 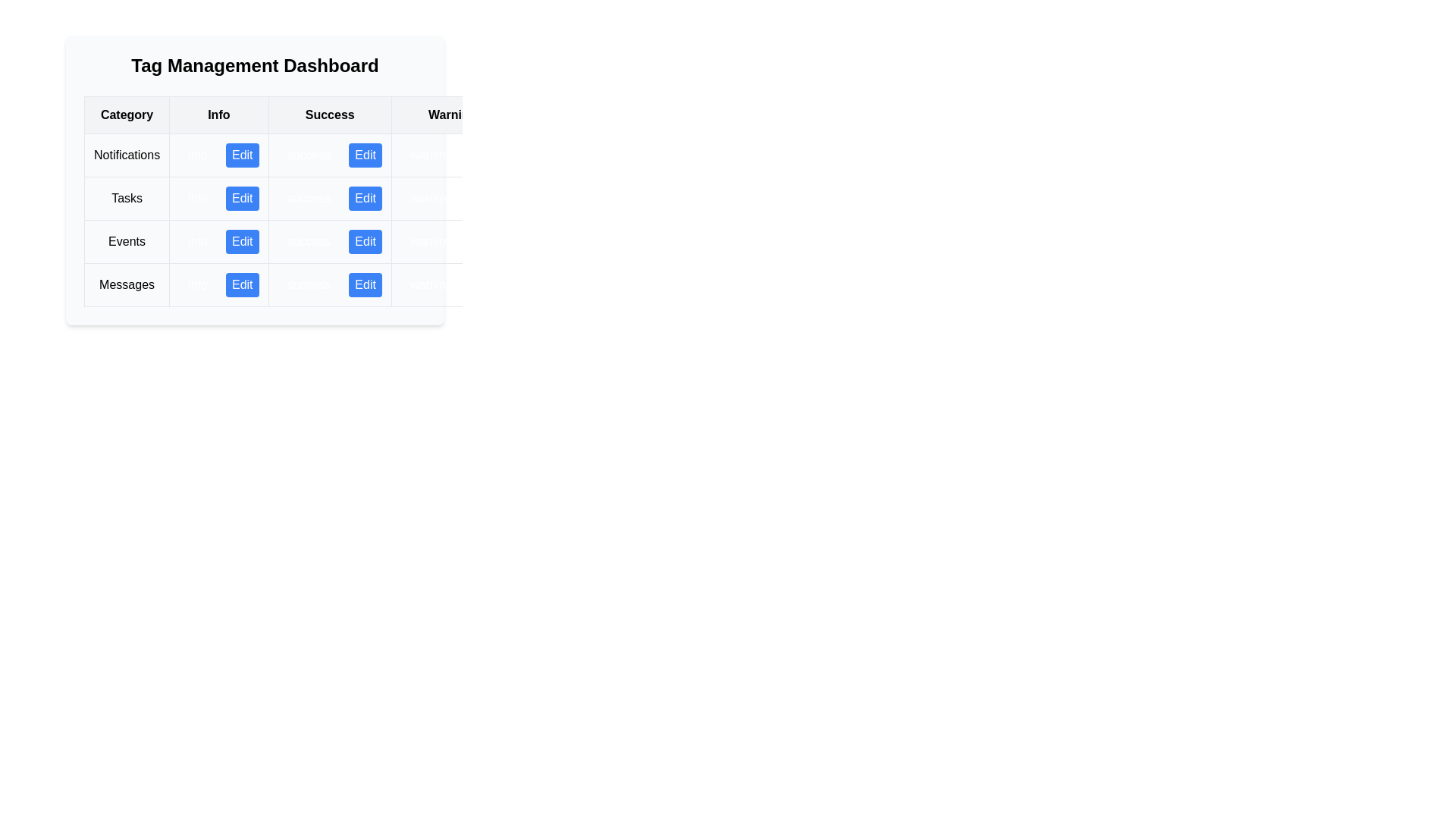 I want to click on the column header text that indicates 'Success' within the table under the 'Tag Management Dashboard', so click(x=350, y=114).